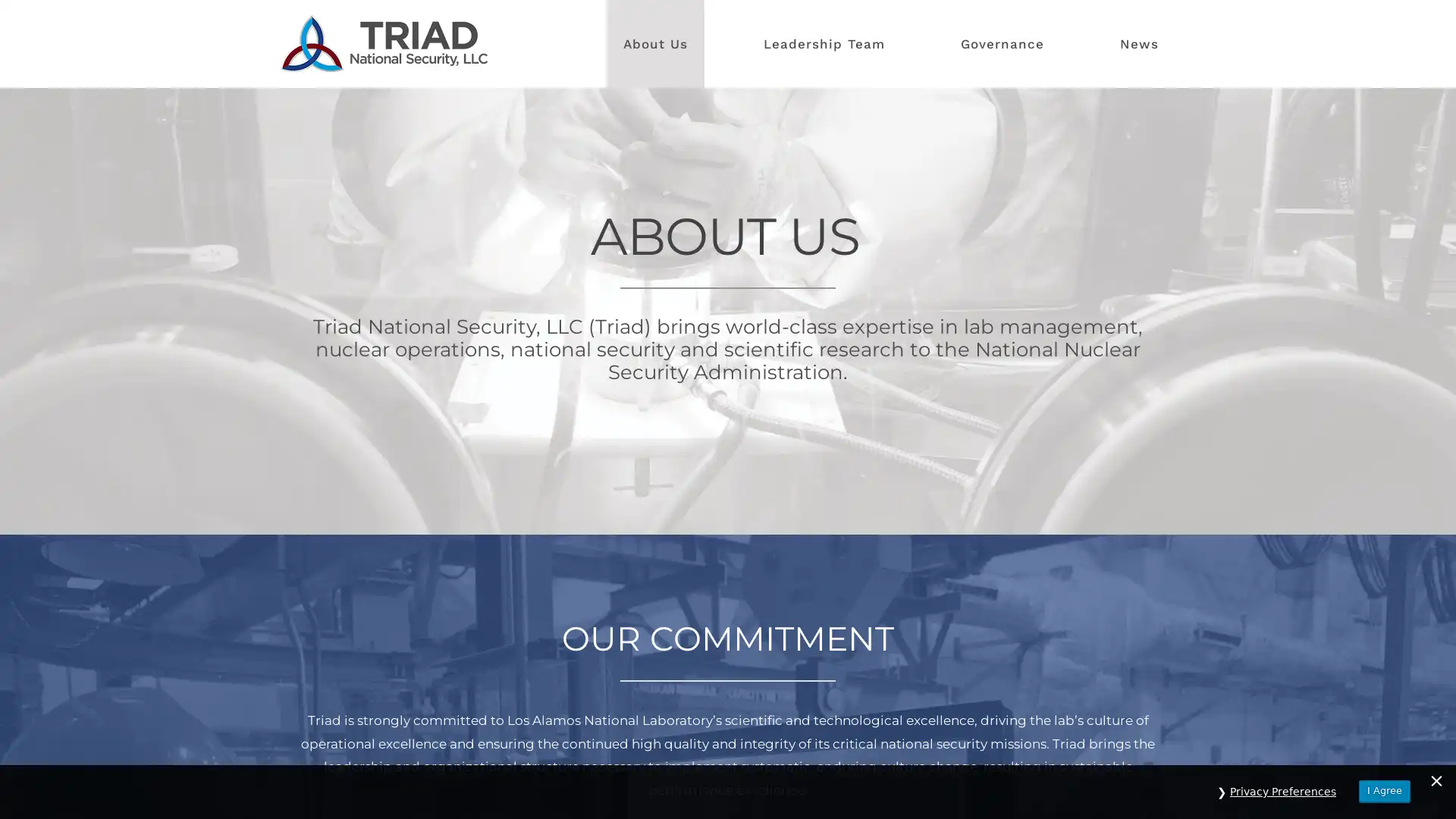 This screenshot has height=819, width=1456. I want to click on I Agree, so click(1384, 790).